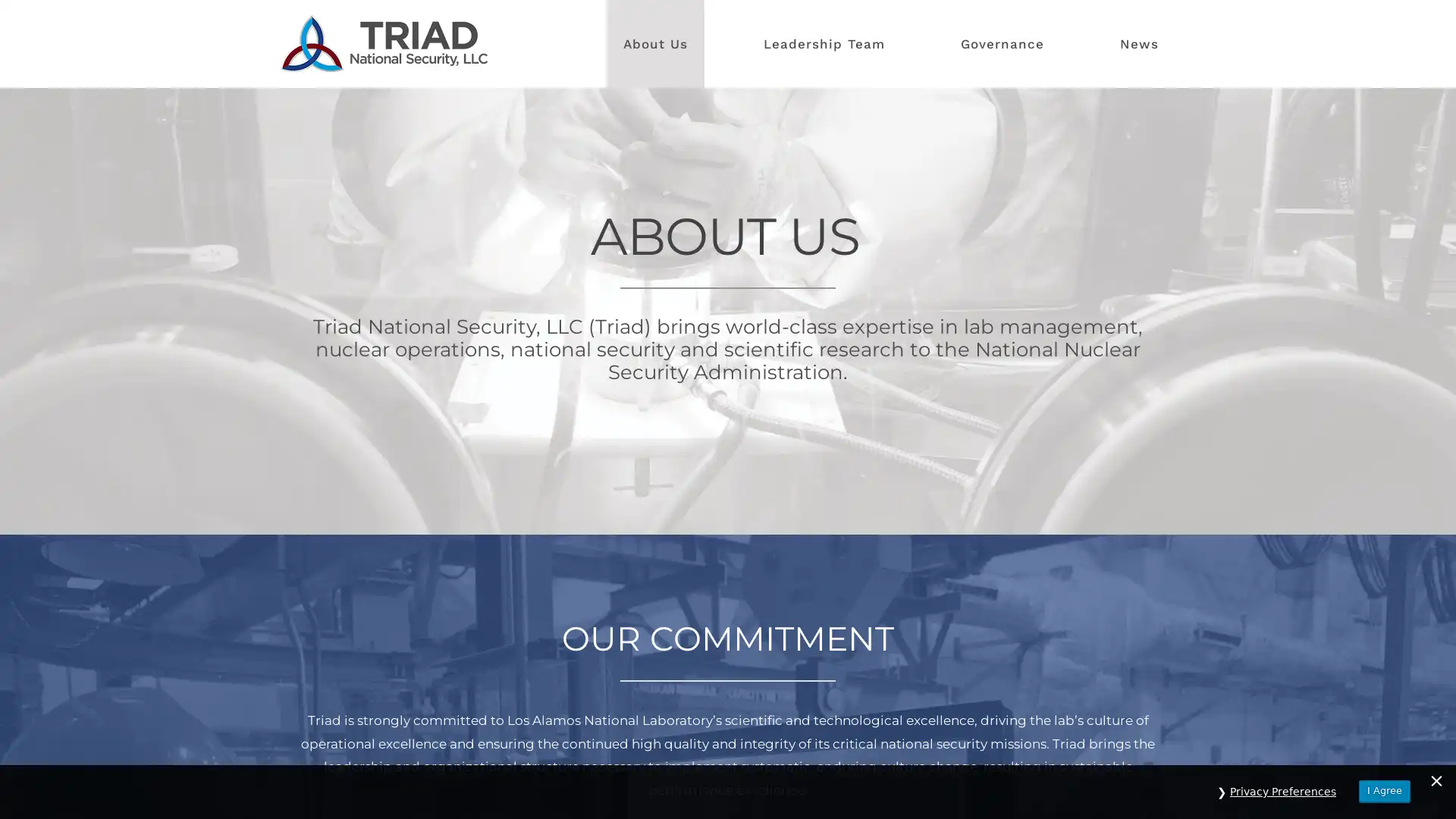 This screenshot has height=819, width=1456. I want to click on I Agree, so click(1384, 790).